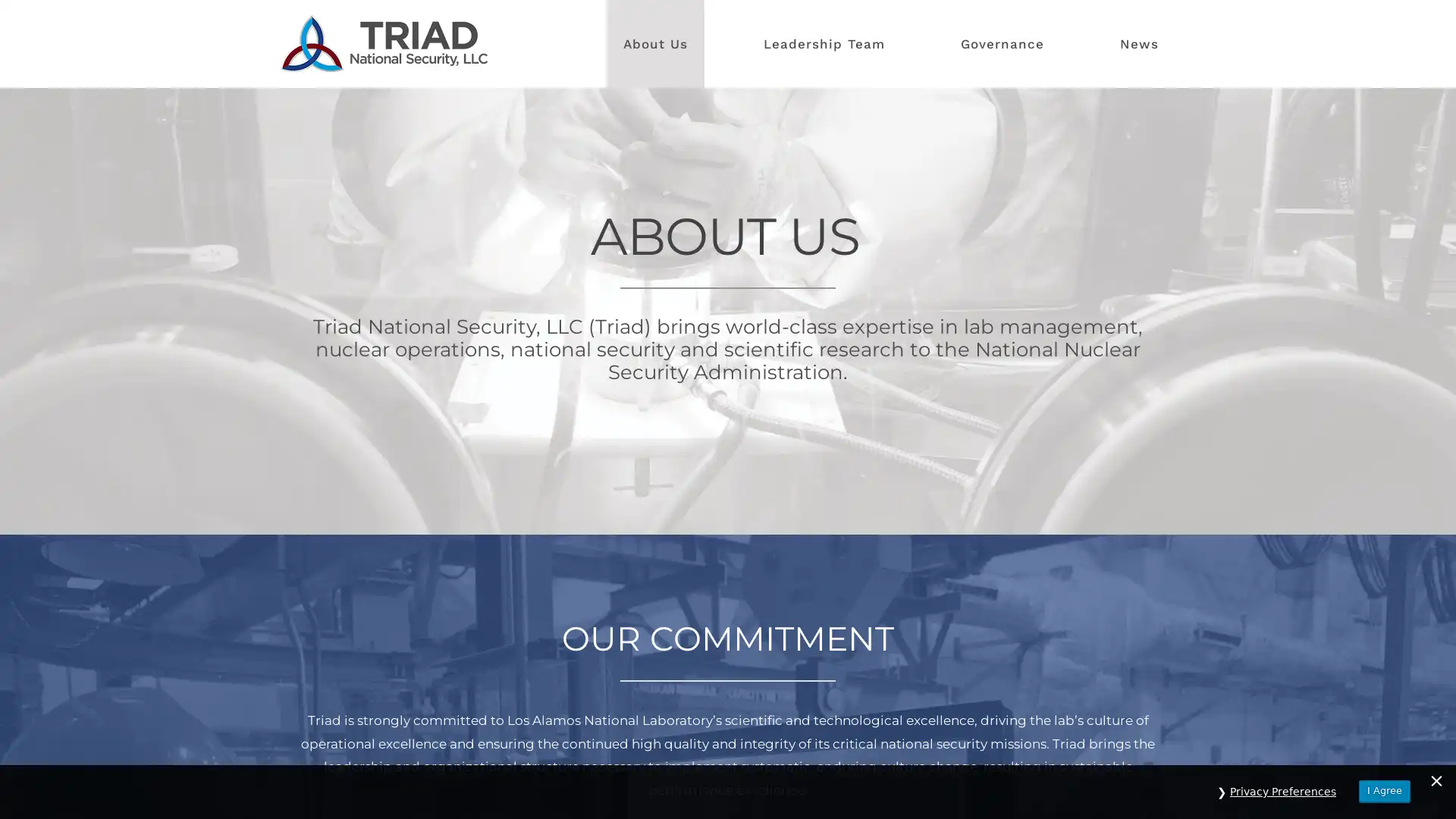 This screenshot has height=819, width=1456. I want to click on I Agree, so click(1384, 790).